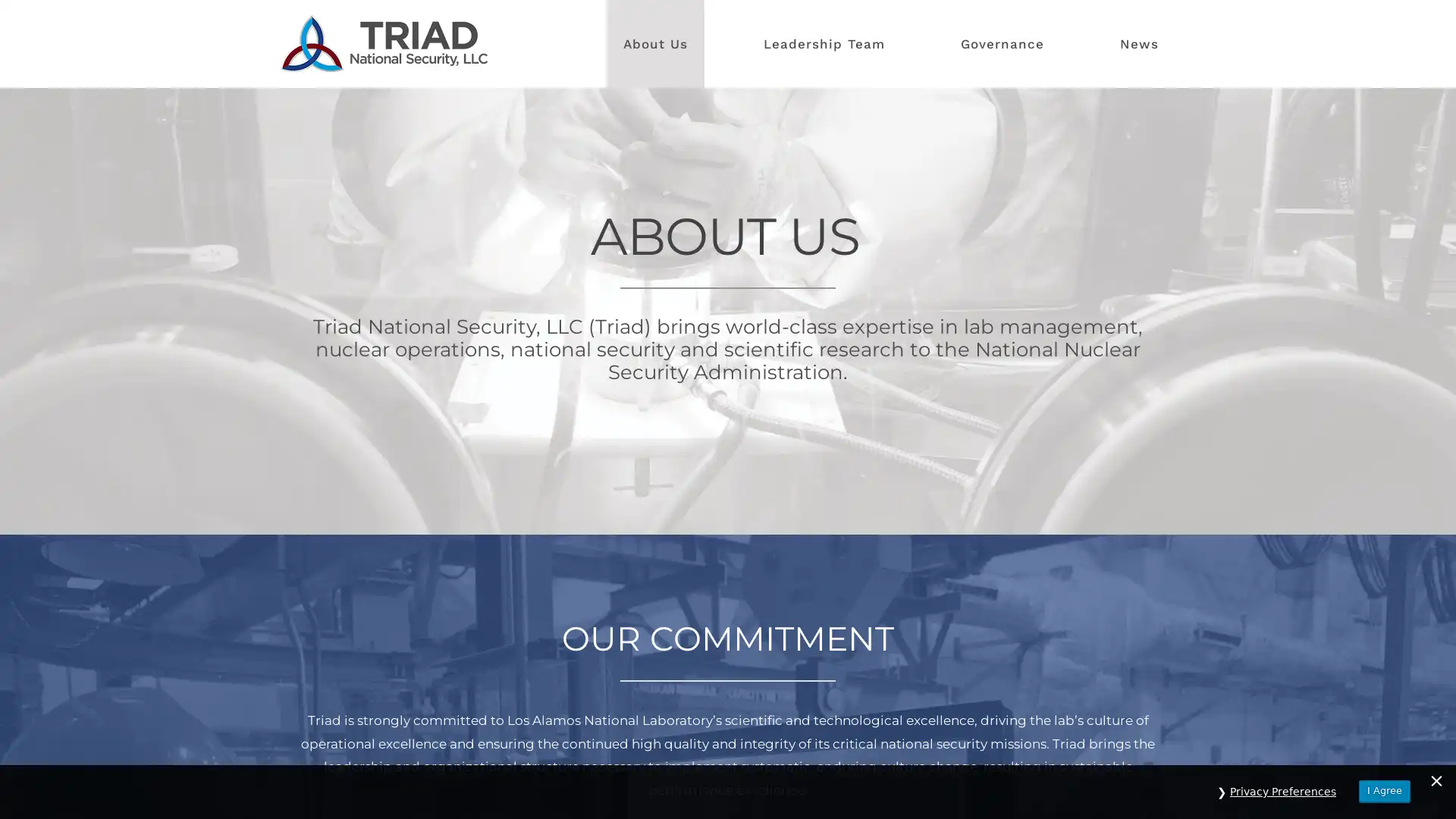 This screenshot has height=819, width=1456. I want to click on I Agree, so click(1384, 790).